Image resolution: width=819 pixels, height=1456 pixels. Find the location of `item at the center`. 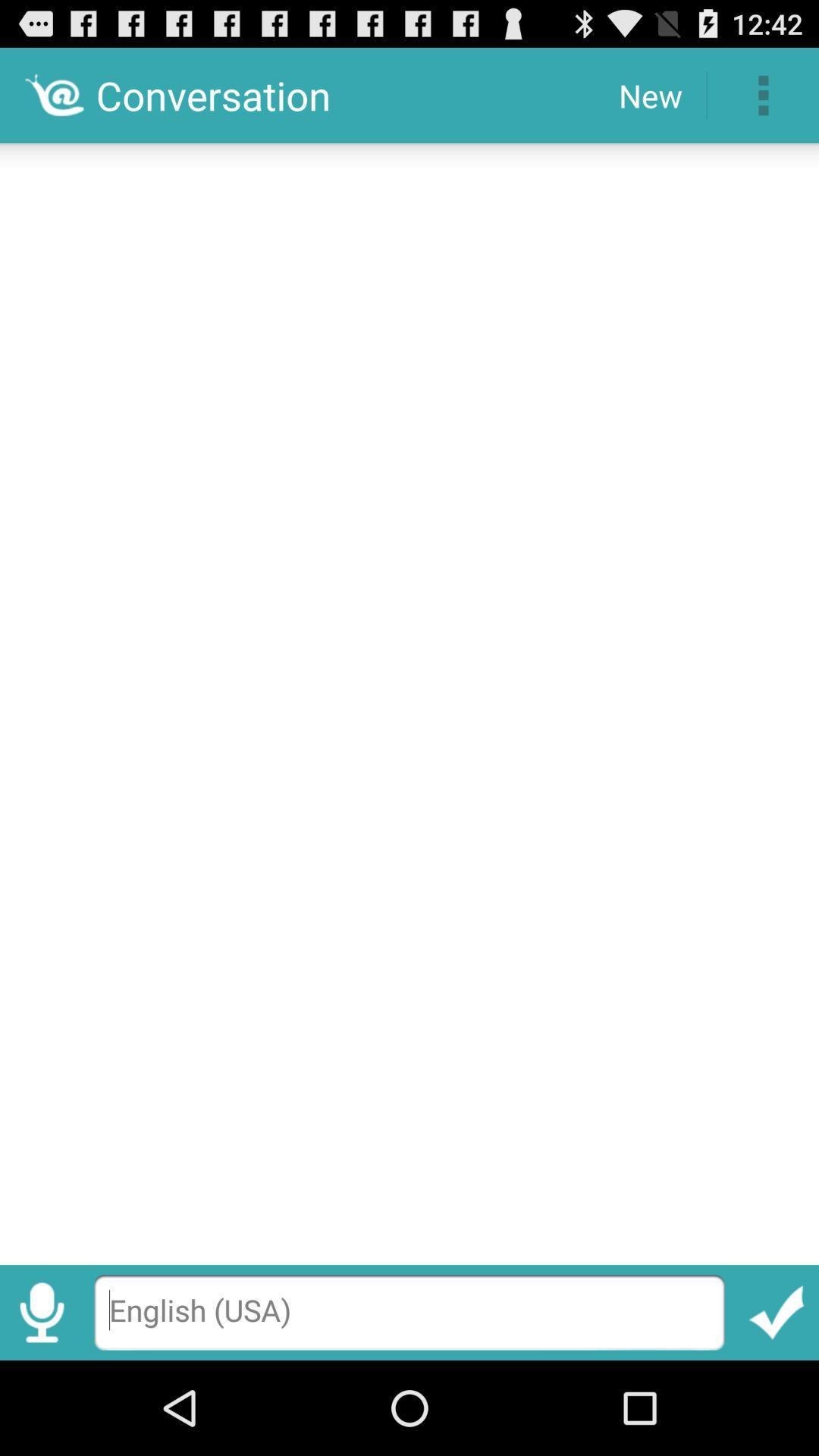

item at the center is located at coordinates (409, 698).